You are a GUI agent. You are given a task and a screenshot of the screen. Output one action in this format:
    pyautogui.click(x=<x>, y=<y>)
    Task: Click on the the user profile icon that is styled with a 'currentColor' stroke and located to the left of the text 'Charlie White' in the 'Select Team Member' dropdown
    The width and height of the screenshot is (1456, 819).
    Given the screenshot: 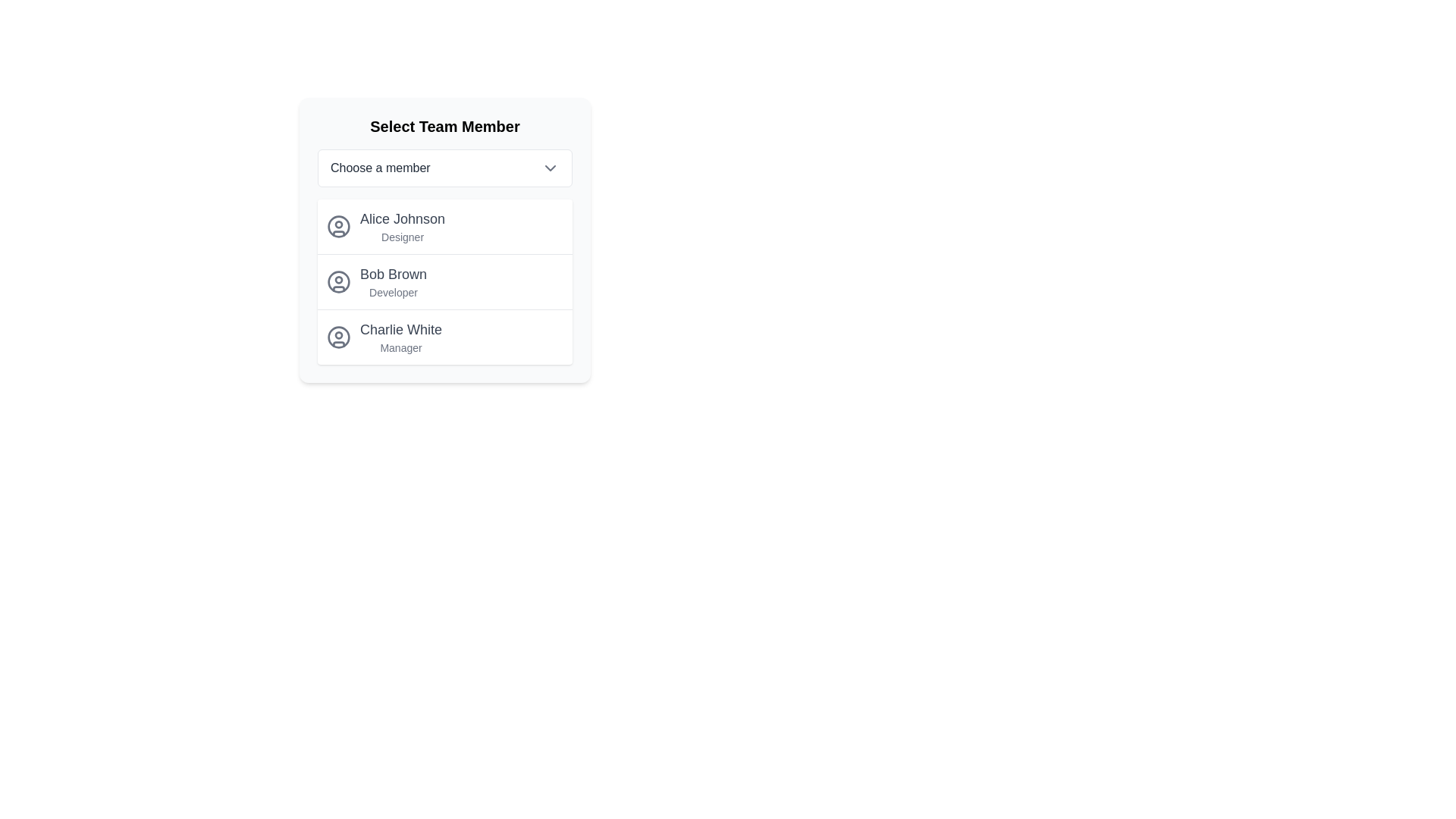 What is the action you would take?
    pyautogui.click(x=337, y=336)
    